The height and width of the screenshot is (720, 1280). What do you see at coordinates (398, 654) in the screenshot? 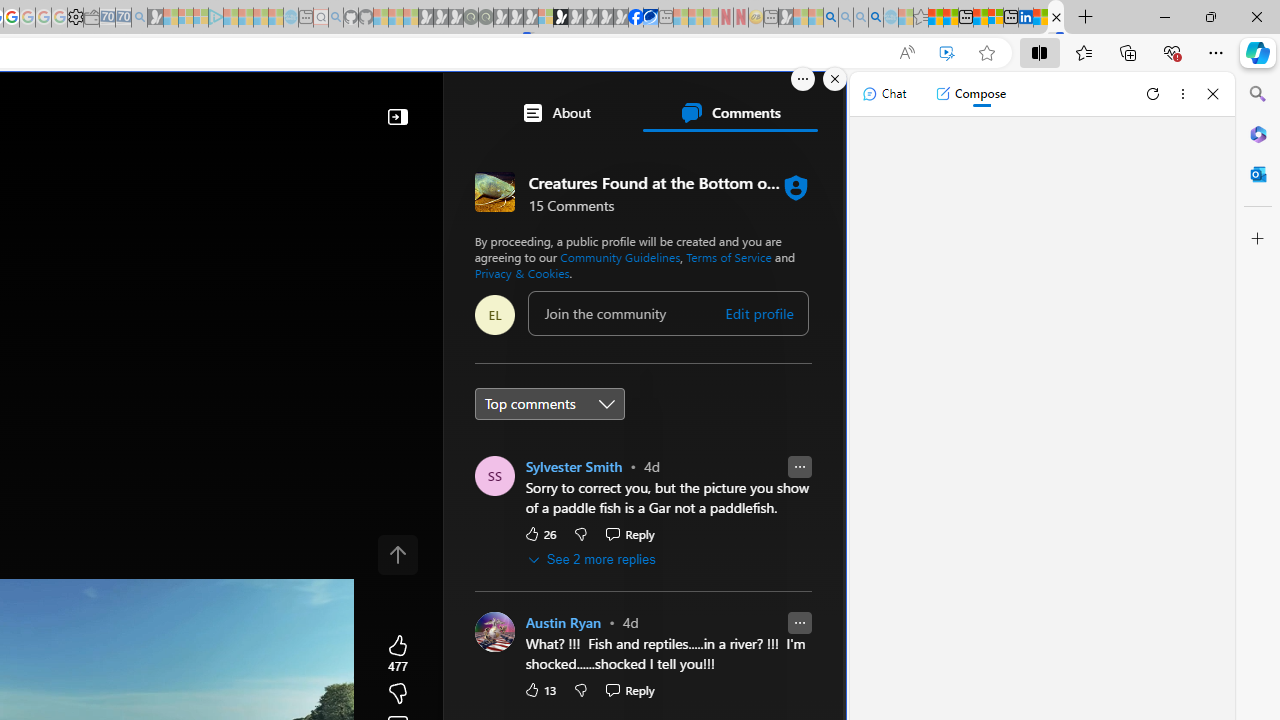
I see `'477 Like'` at bounding box center [398, 654].